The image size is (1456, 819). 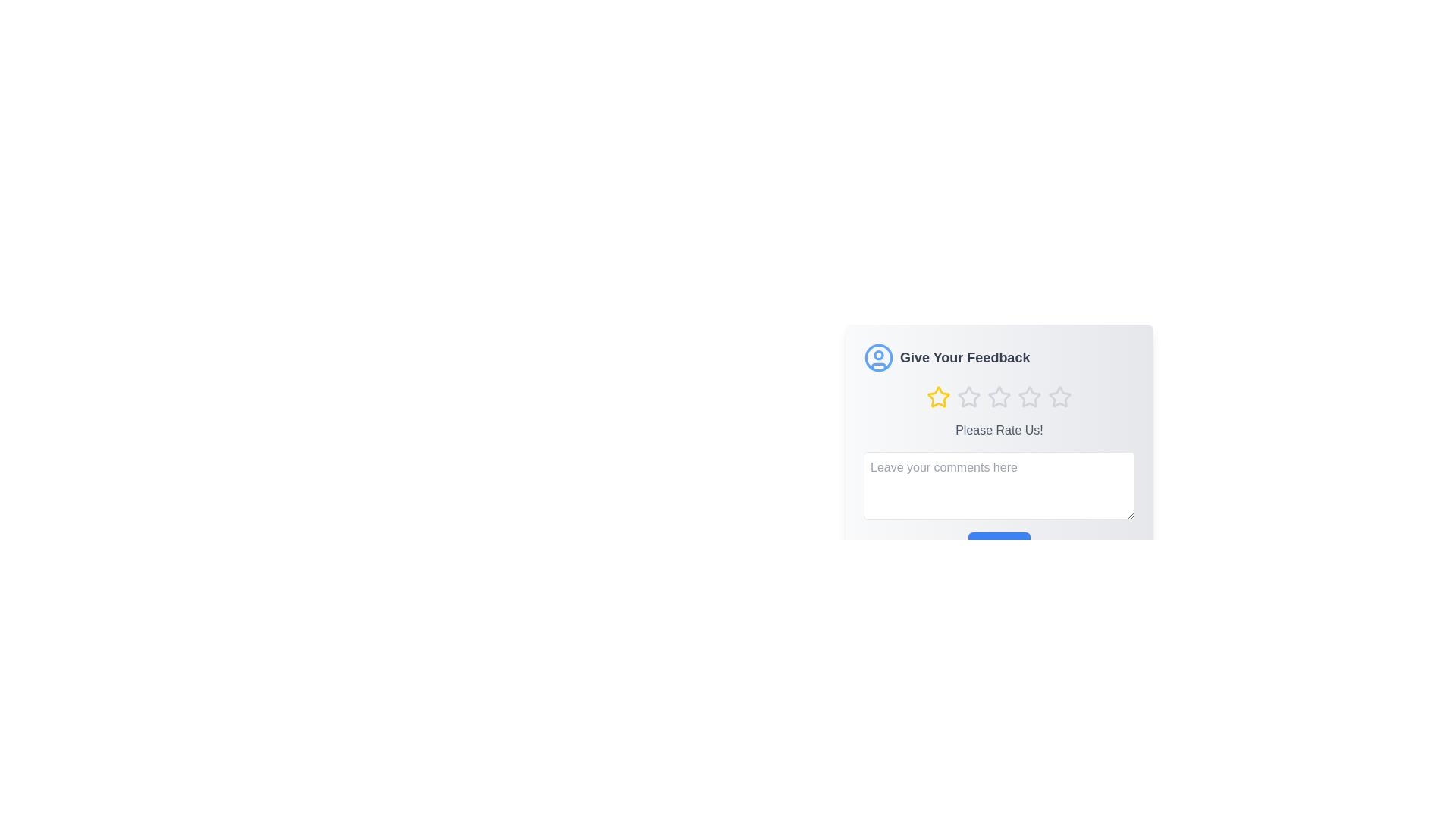 What do you see at coordinates (968, 397) in the screenshot?
I see `the second star in the rating system` at bounding box center [968, 397].